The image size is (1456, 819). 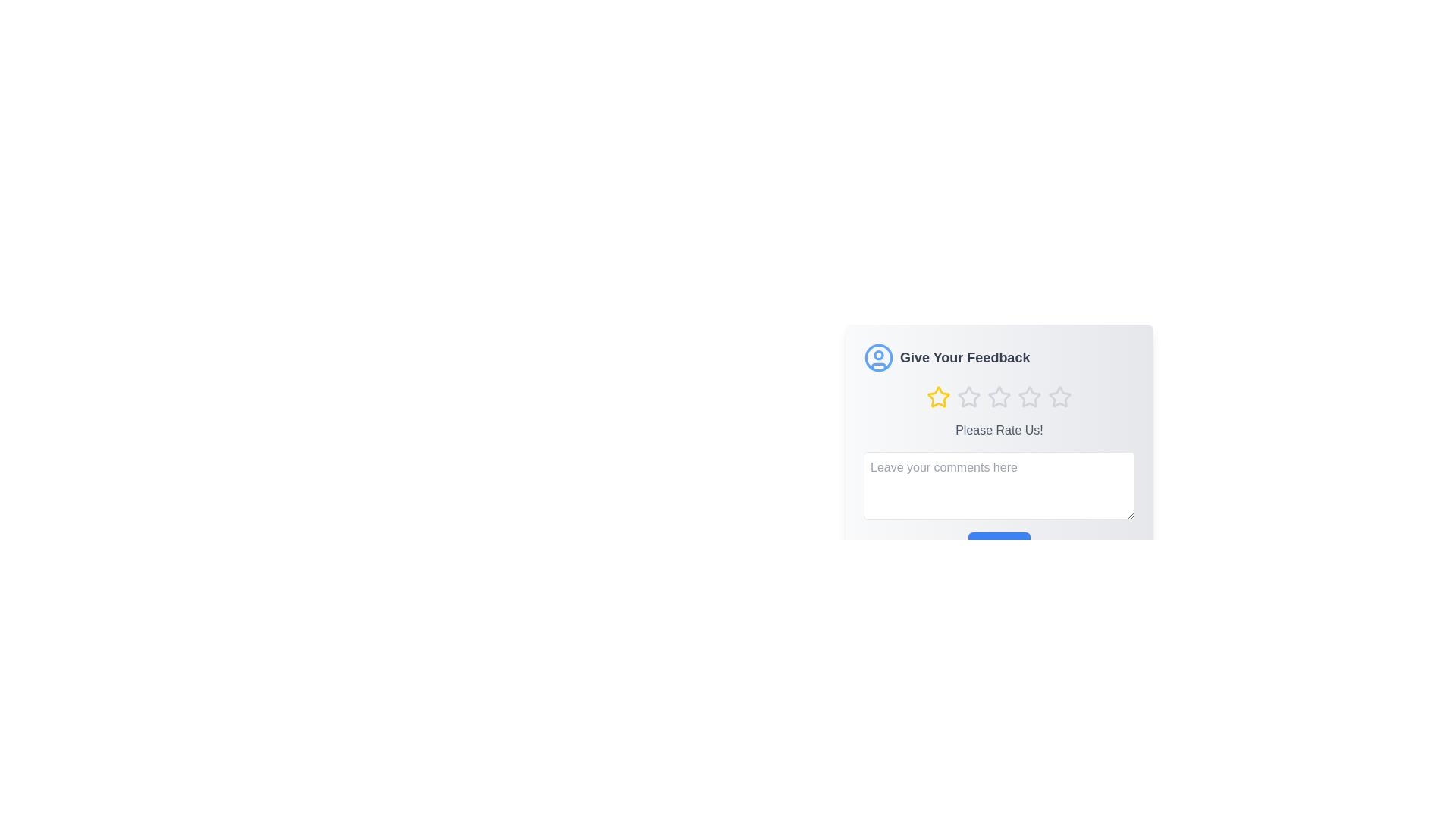 What do you see at coordinates (968, 397) in the screenshot?
I see `the second star in the rating system` at bounding box center [968, 397].